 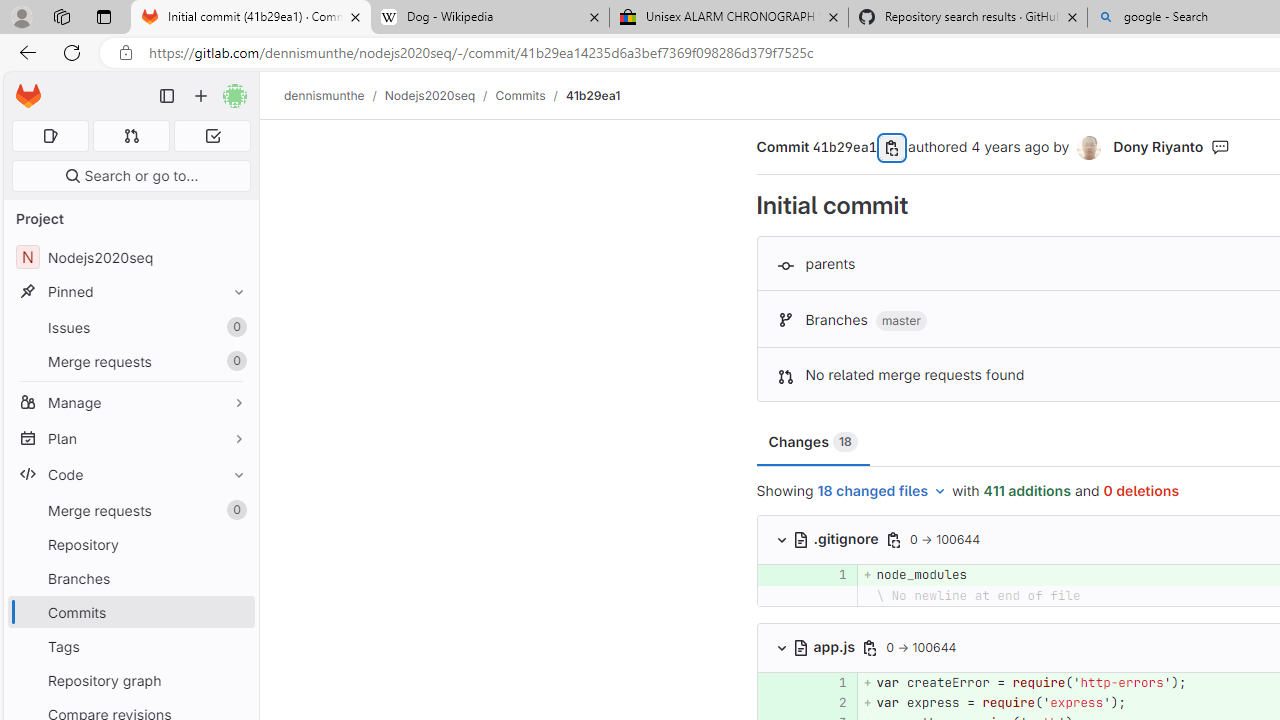 What do you see at coordinates (520, 95) in the screenshot?
I see `'Commits'` at bounding box center [520, 95].